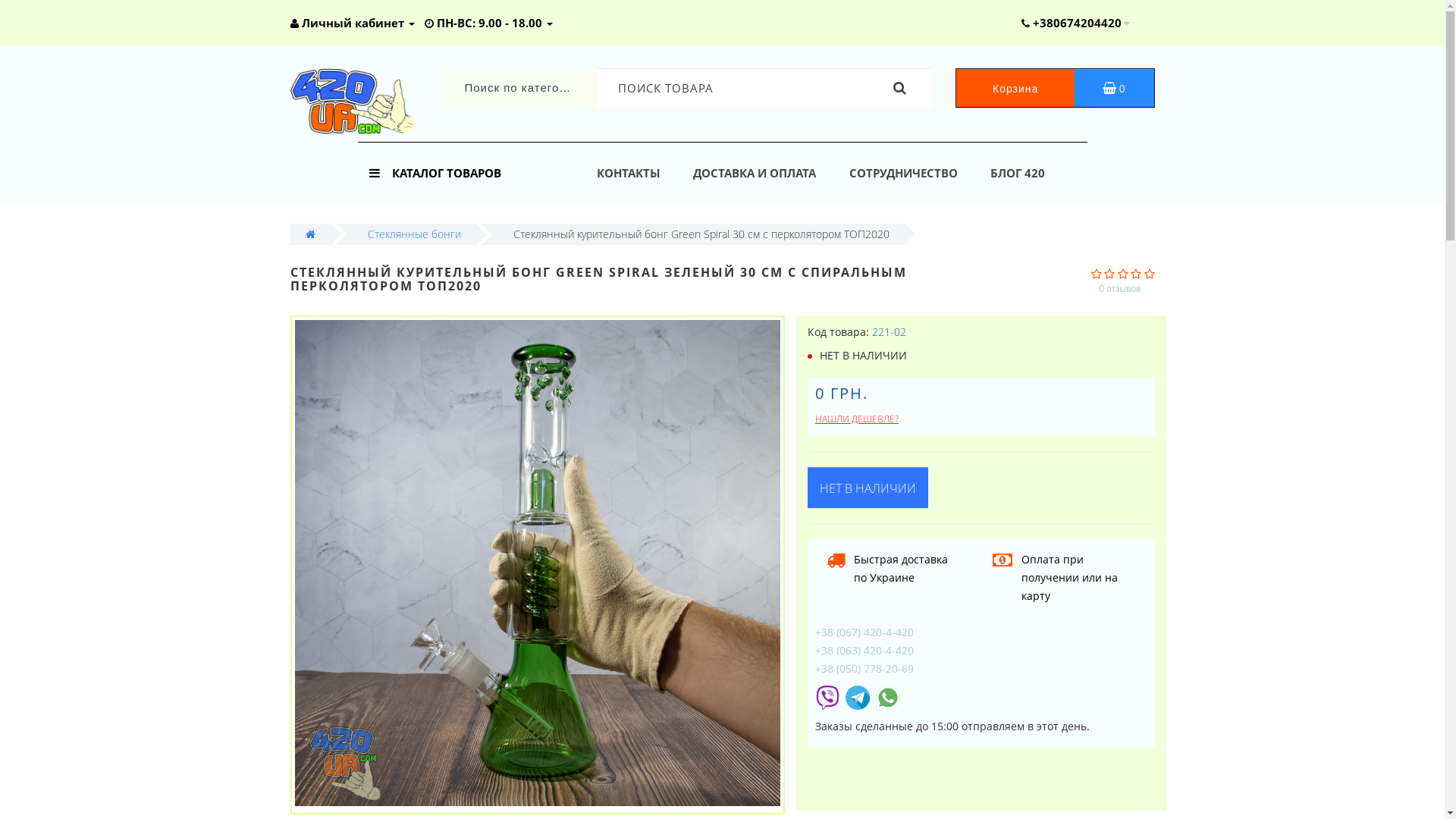 The image size is (1456, 819). Describe the element at coordinates (826, 696) in the screenshot. I see `'Viber'` at that location.